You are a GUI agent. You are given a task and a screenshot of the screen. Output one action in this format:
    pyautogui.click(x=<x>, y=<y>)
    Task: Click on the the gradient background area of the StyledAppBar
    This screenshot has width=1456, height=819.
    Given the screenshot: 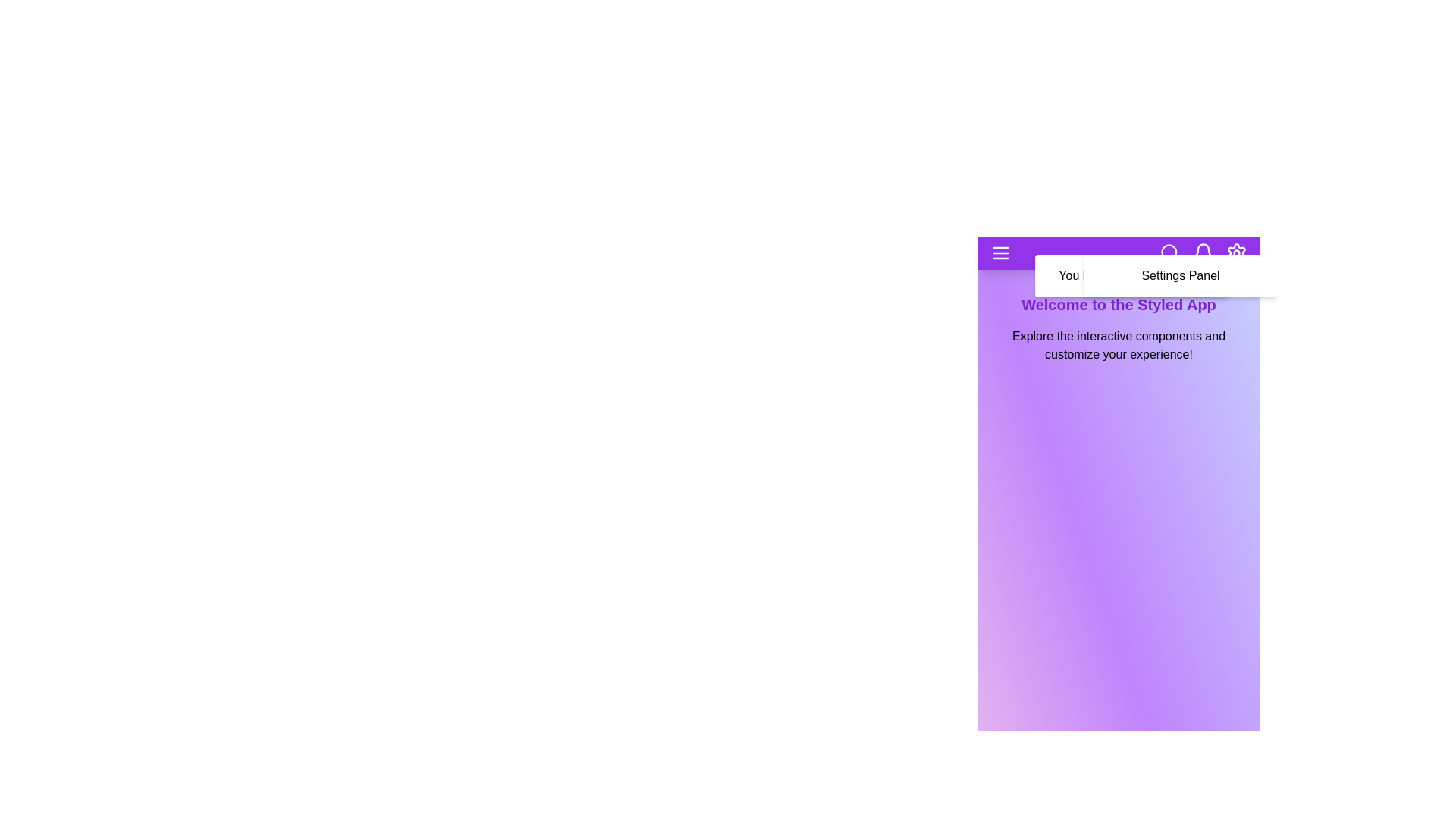 What is the action you would take?
    pyautogui.click(x=1119, y=646)
    